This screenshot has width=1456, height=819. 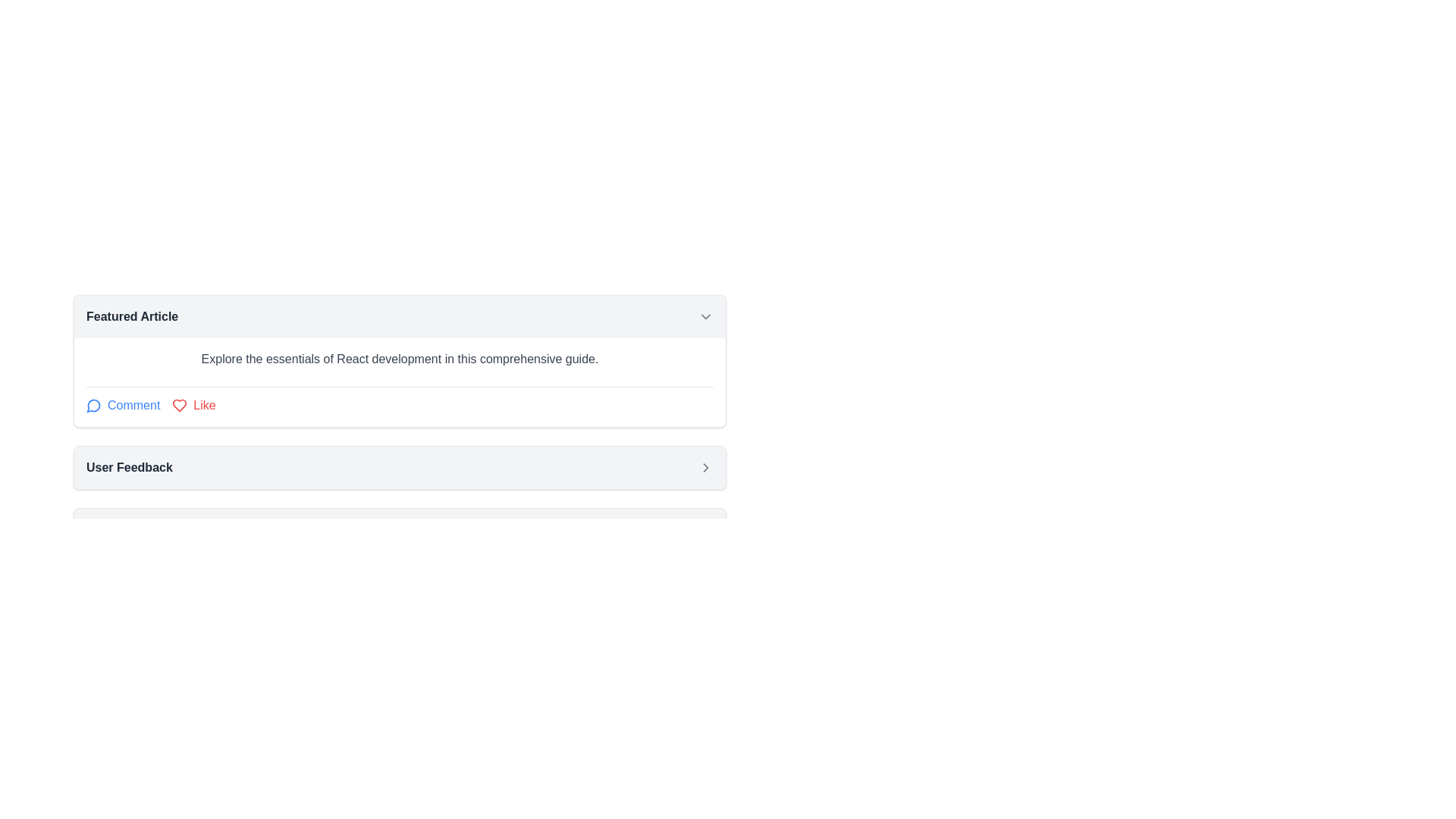 I want to click on the 'Comment' button, which is styled in blue and features a speech bubble icon, located below the React development guide text and to the left of the 'Like' option, so click(x=123, y=405).